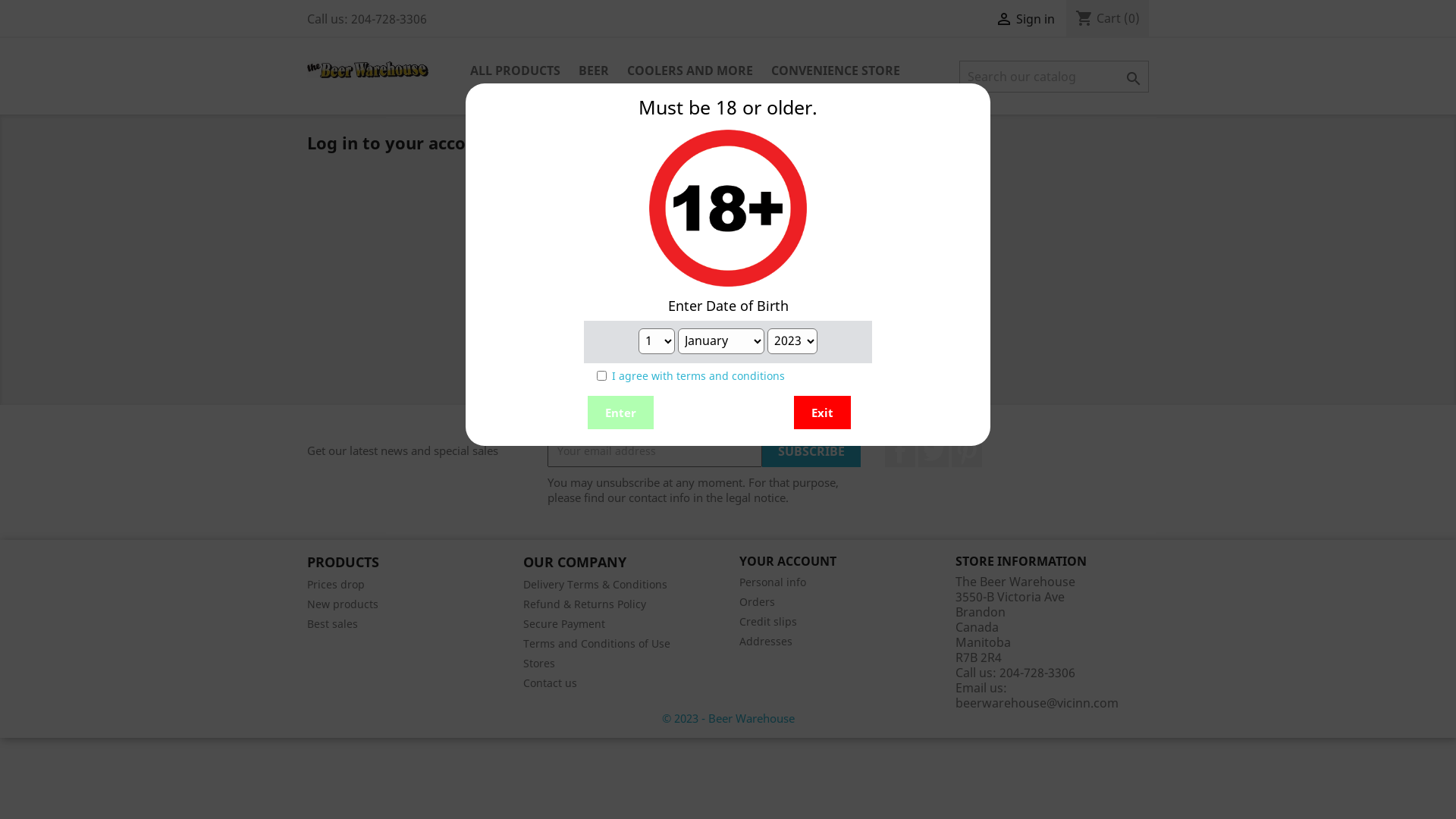 This screenshot has height=819, width=1456. I want to click on 'Orders', so click(757, 601).